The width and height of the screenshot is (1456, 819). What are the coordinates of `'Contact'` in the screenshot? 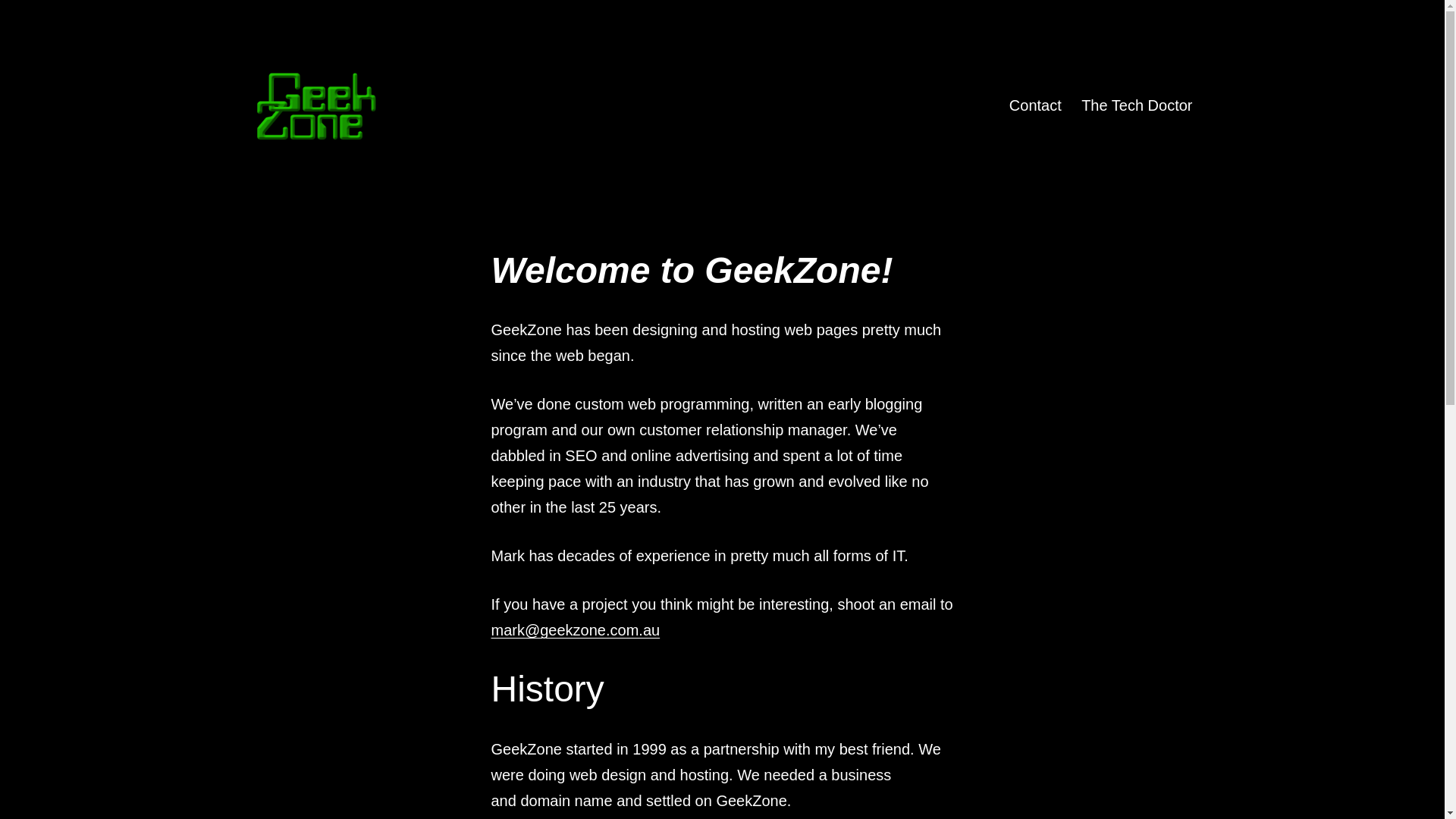 It's located at (999, 104).